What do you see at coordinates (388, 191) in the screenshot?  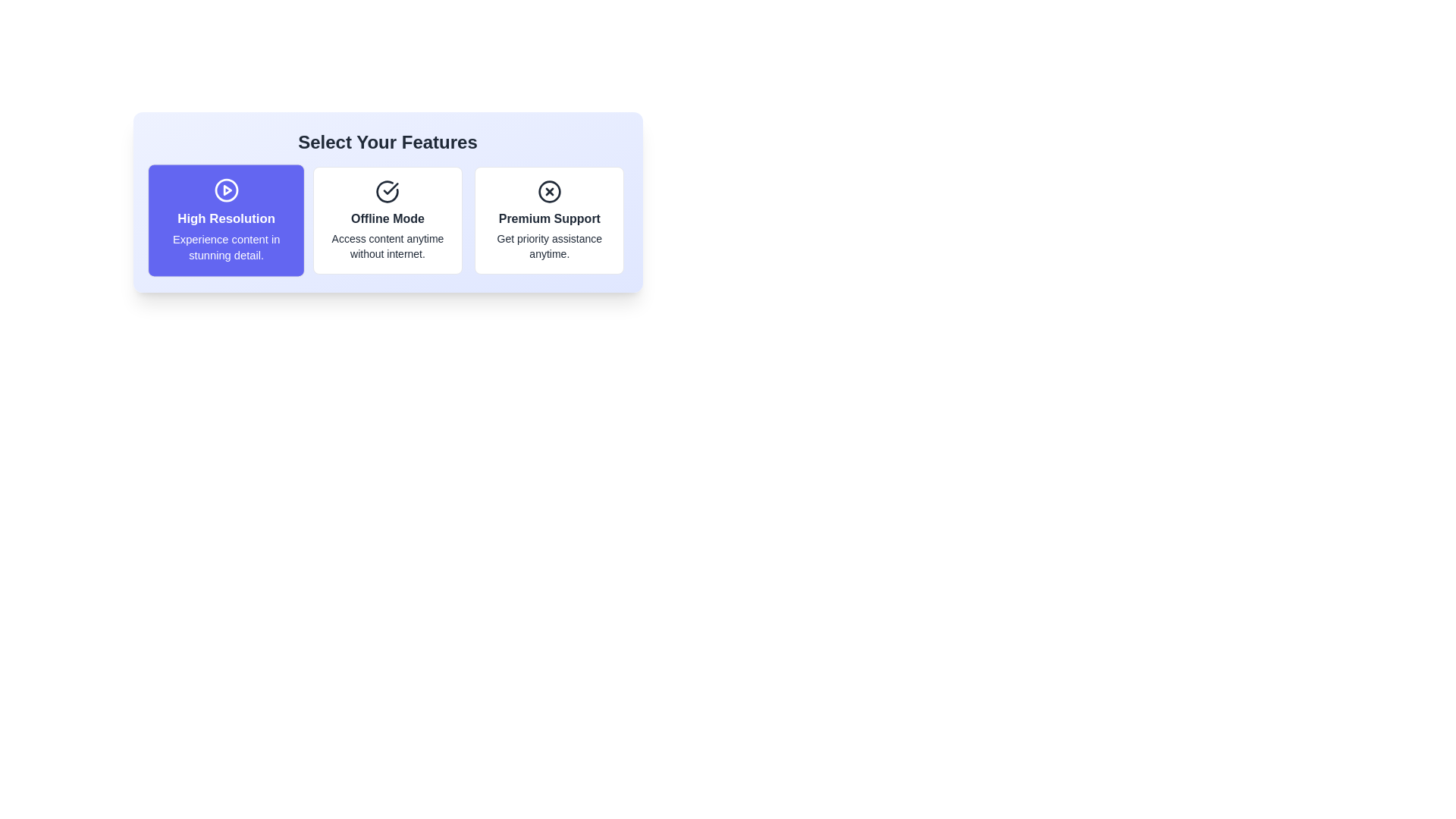 I see `the circular icon with a checkmark inside, styled in a minimalist manner with a dark stroke, located at the top-center of the 'Offline Mode' card for visual feedback` at bounding box center [388, 191].